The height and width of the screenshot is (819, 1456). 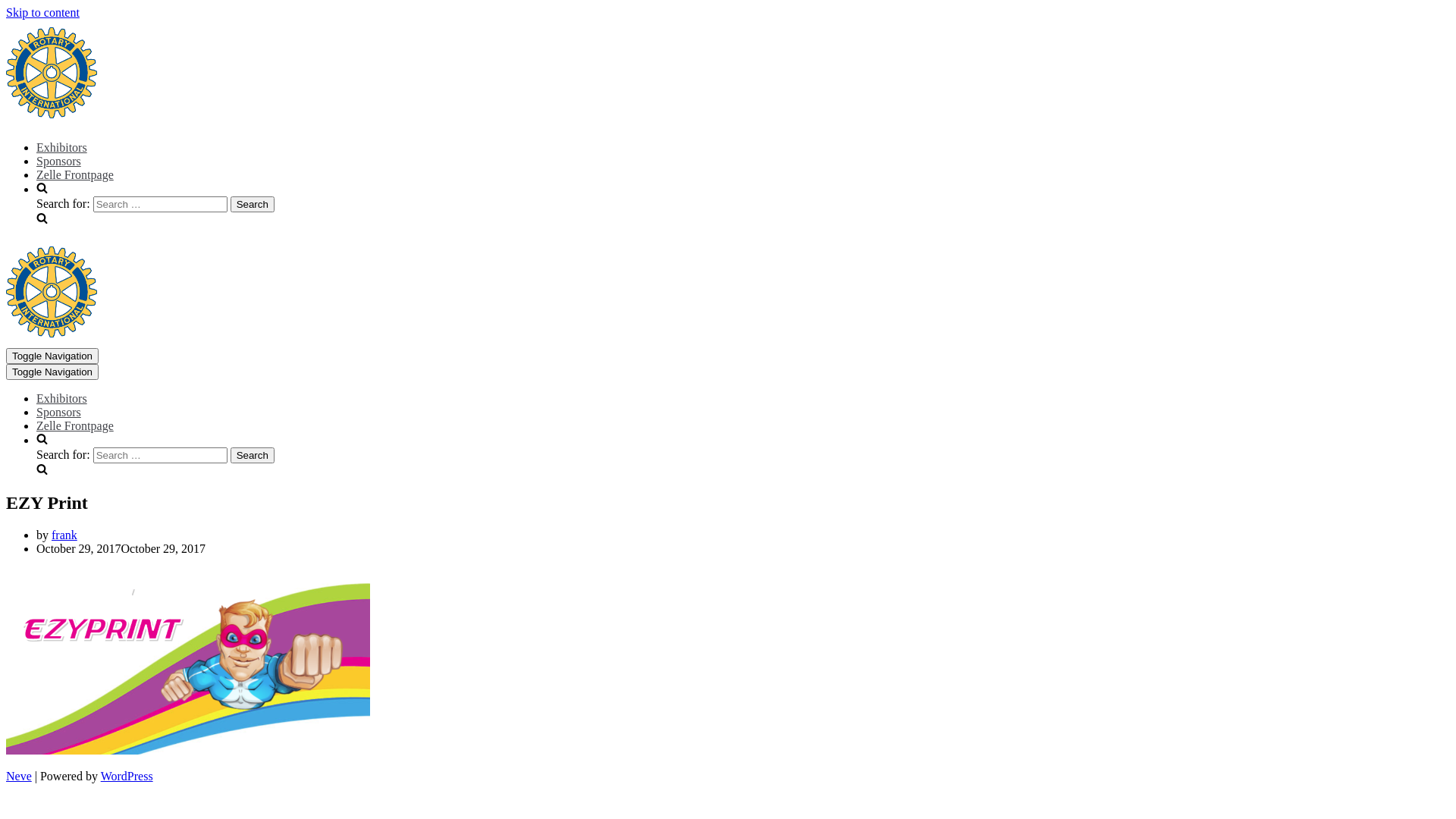 What do you see at coordinates (229, 454) in the screenshot?
I see `'Search'` at bounding box center [229, 454].